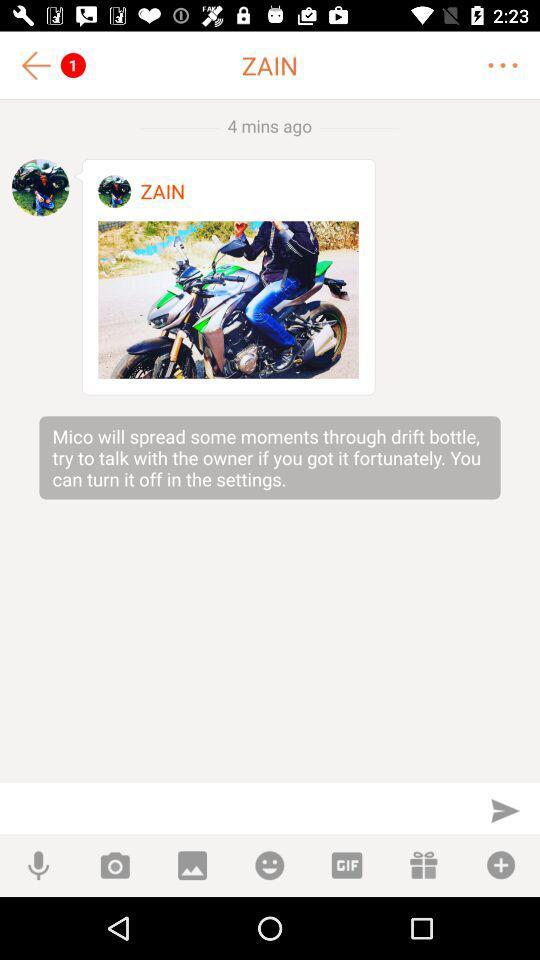 The image size is (540, 960). I want to click on text area, so click(234, 808).